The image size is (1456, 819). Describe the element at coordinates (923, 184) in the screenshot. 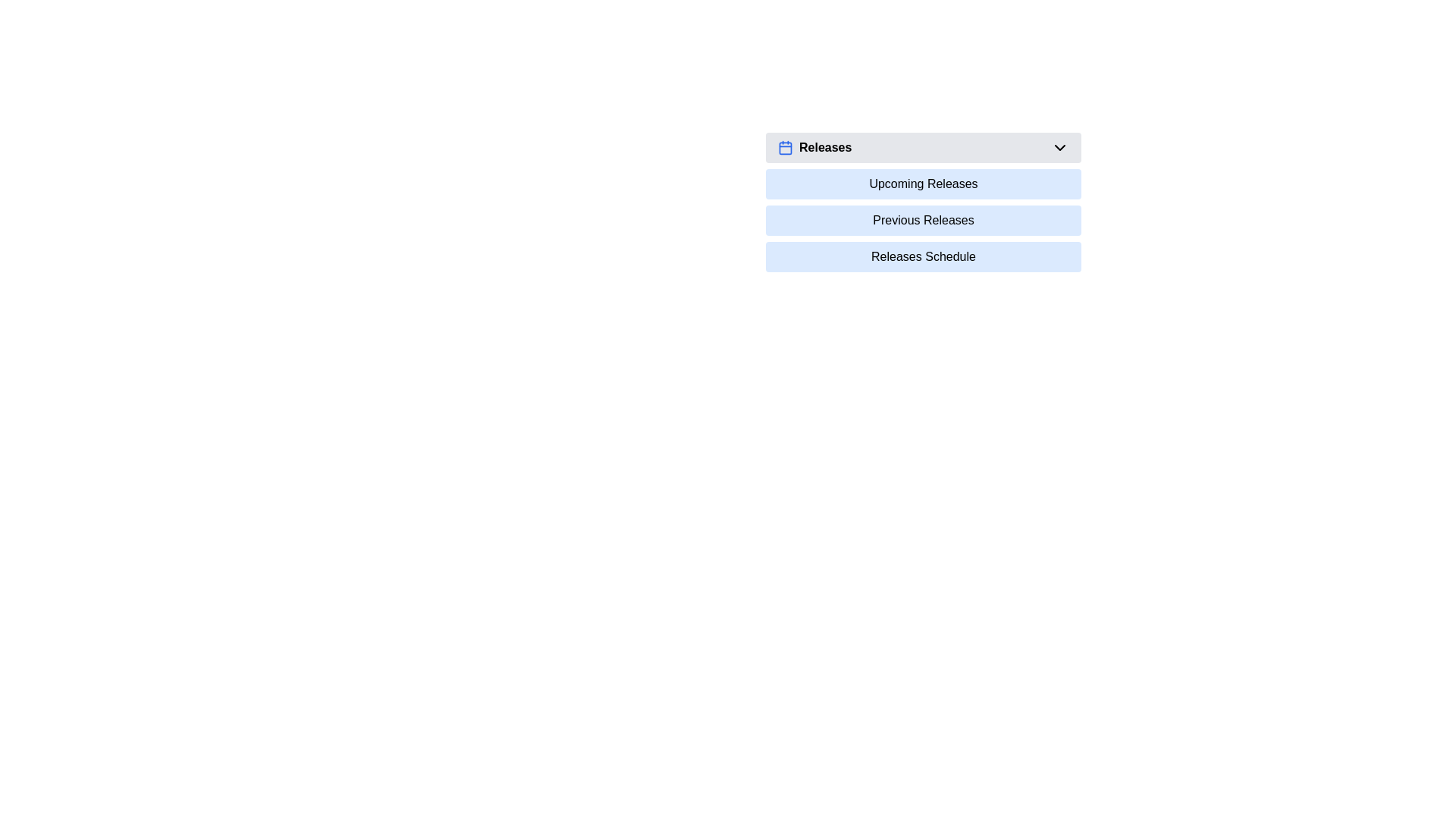

I see `the button that navigates to the 'Upcoming Releases' section to observe a visual feedback change` at that location.